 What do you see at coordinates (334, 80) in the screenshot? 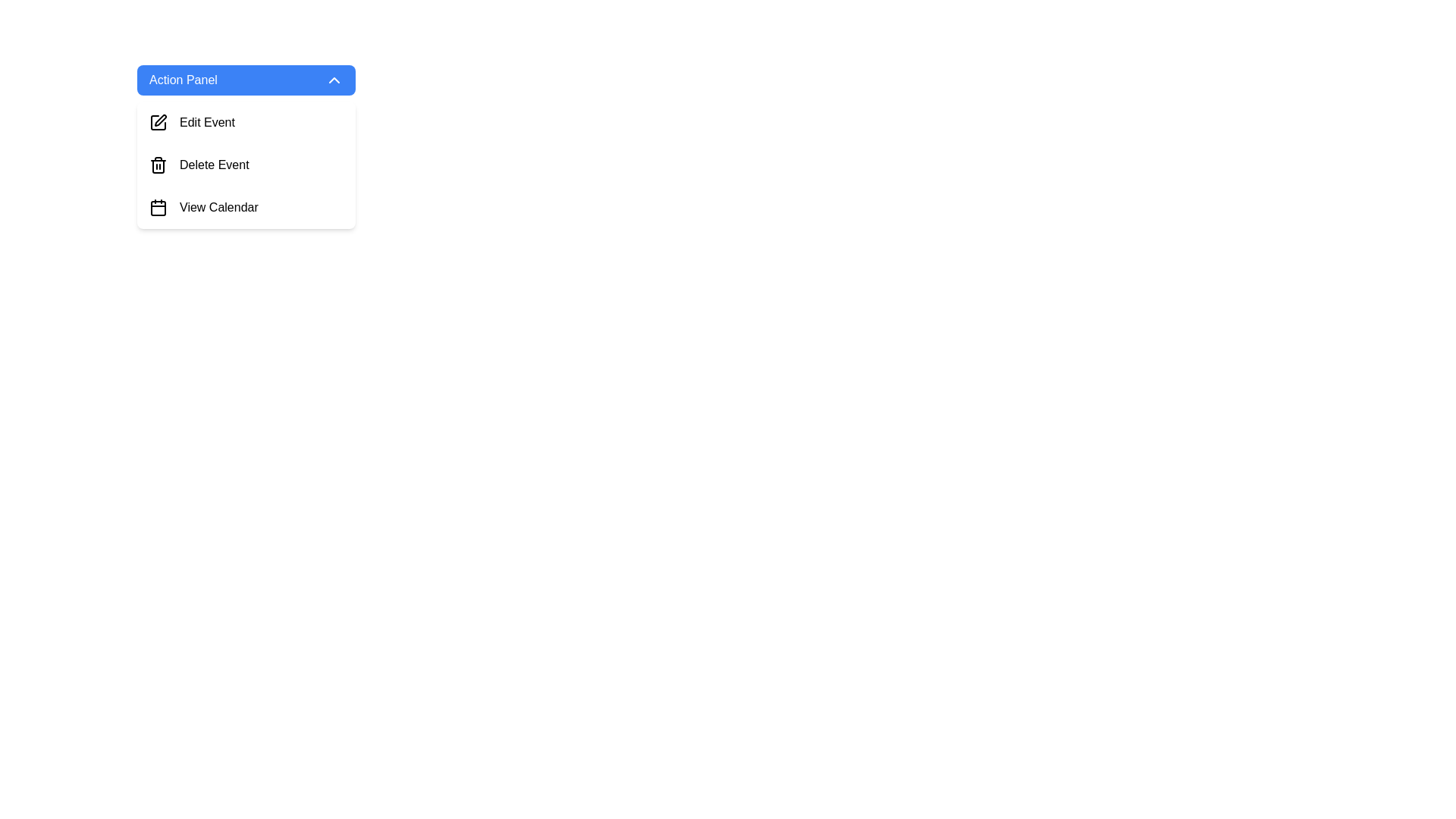
I see `the Chevron-Up icon located at the far right side of the 'Action Panel' button` at bounding box center [334, 80].